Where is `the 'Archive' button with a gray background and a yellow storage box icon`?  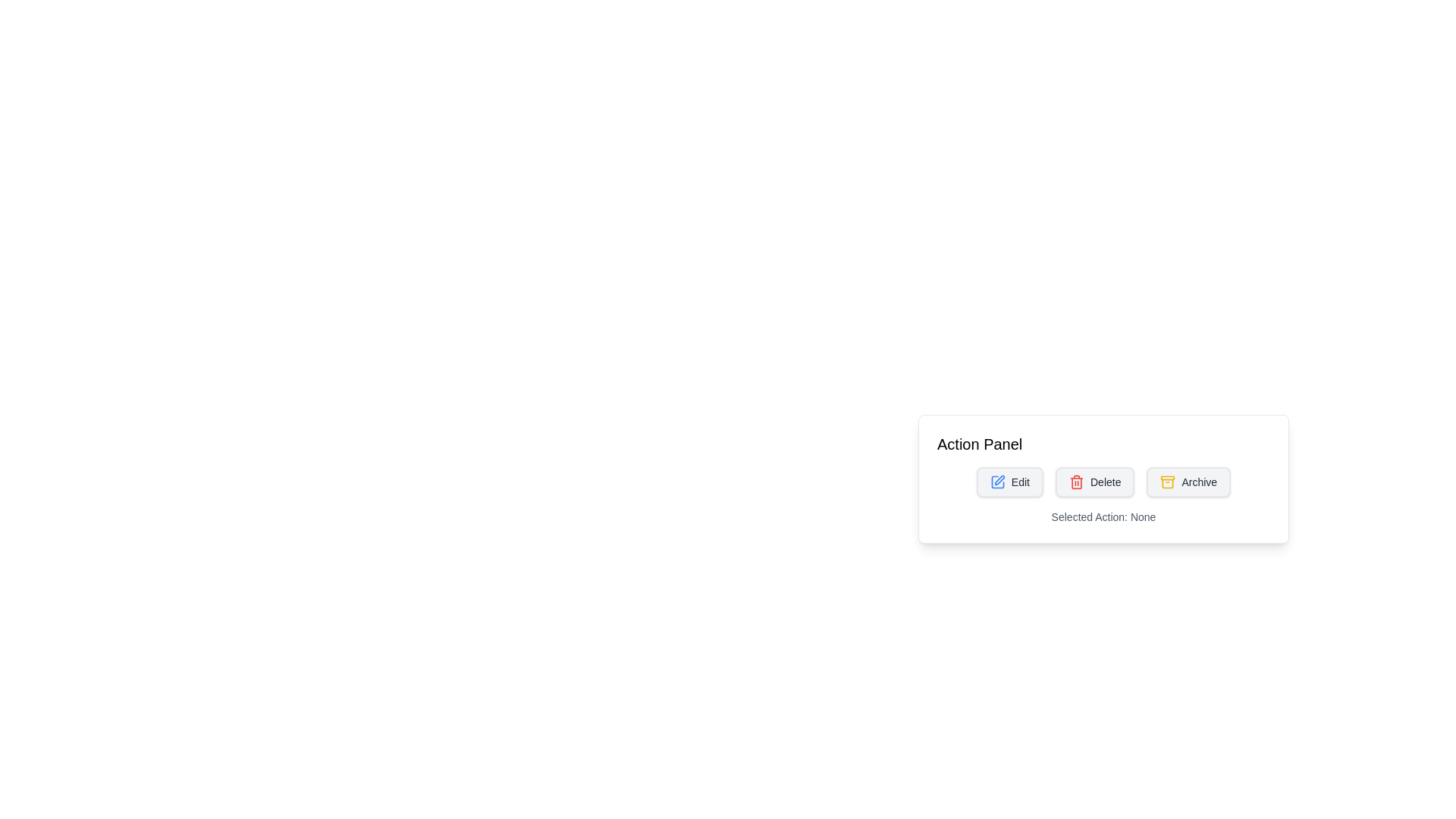
the 'Archive' button with a gray background and a yellow storage box icon is located at coordinates (1188, 482).